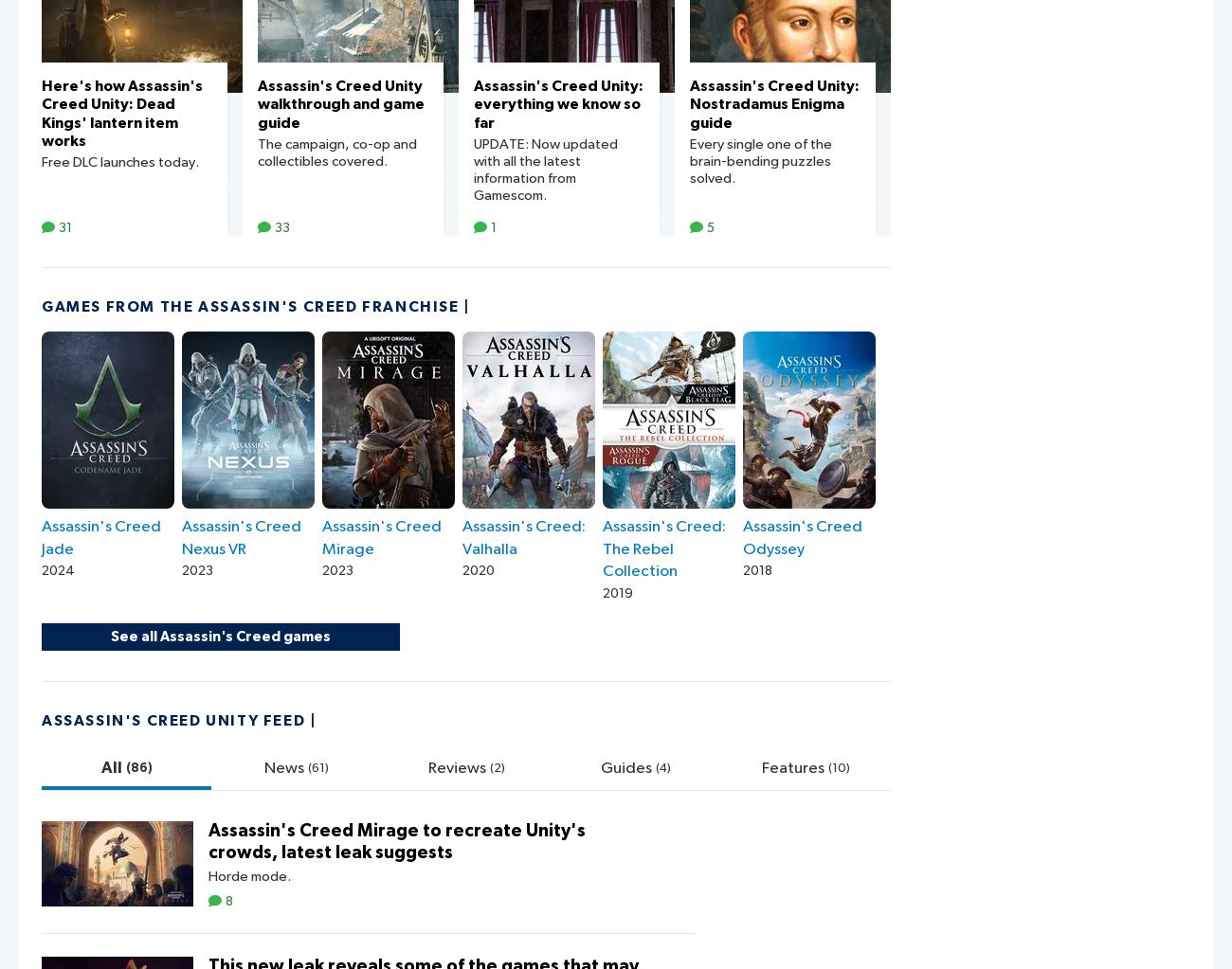 The width and height of the screenshot is (1232, 969). I want to click on 'UPDATE: Now updated with all the latest information from Gamescom.', so click(545, 169).